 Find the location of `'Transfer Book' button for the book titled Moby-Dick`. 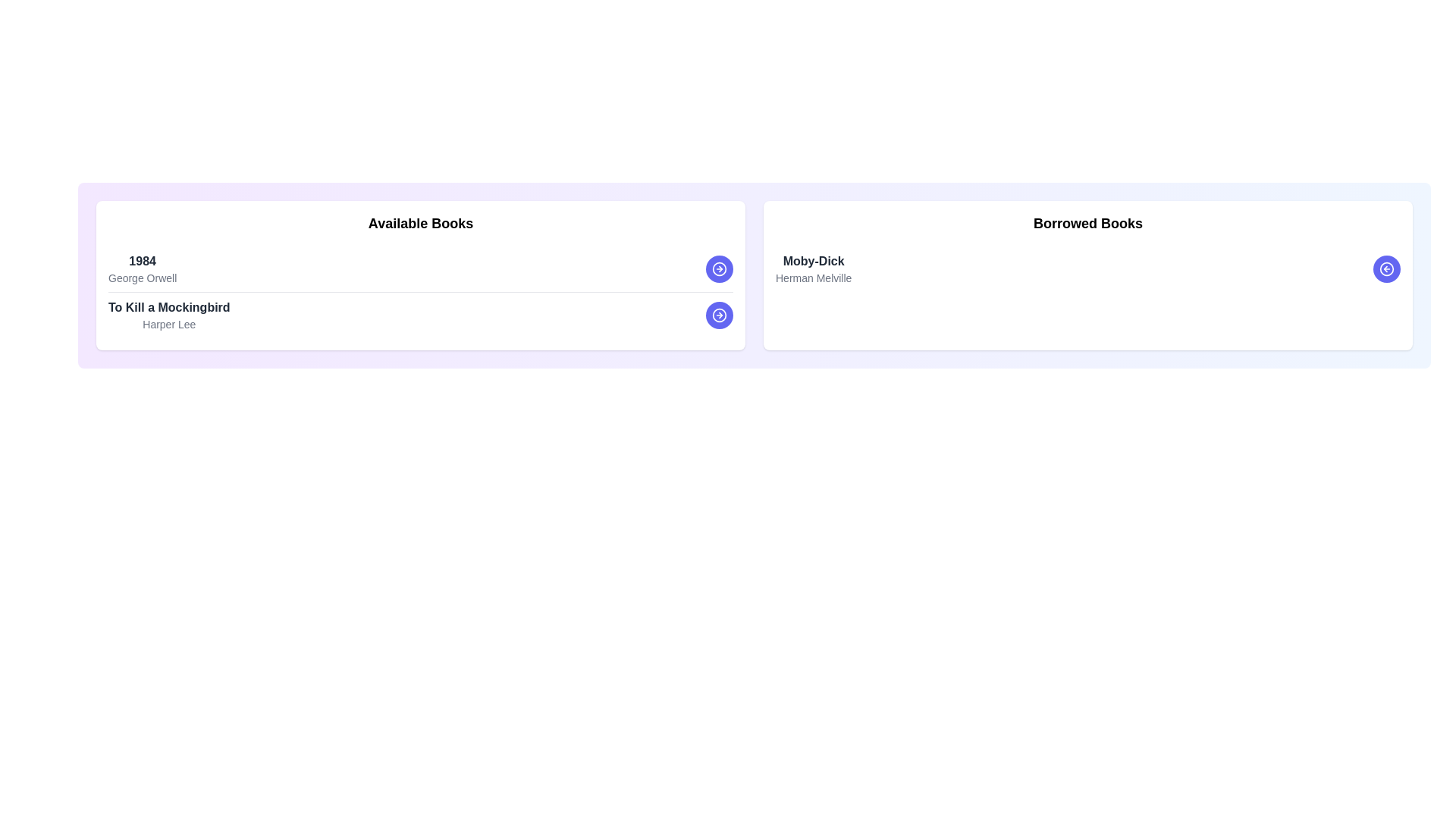

'Transfer Book' button for the book titled Moby-Dick is located at coordinates (1386, 268).